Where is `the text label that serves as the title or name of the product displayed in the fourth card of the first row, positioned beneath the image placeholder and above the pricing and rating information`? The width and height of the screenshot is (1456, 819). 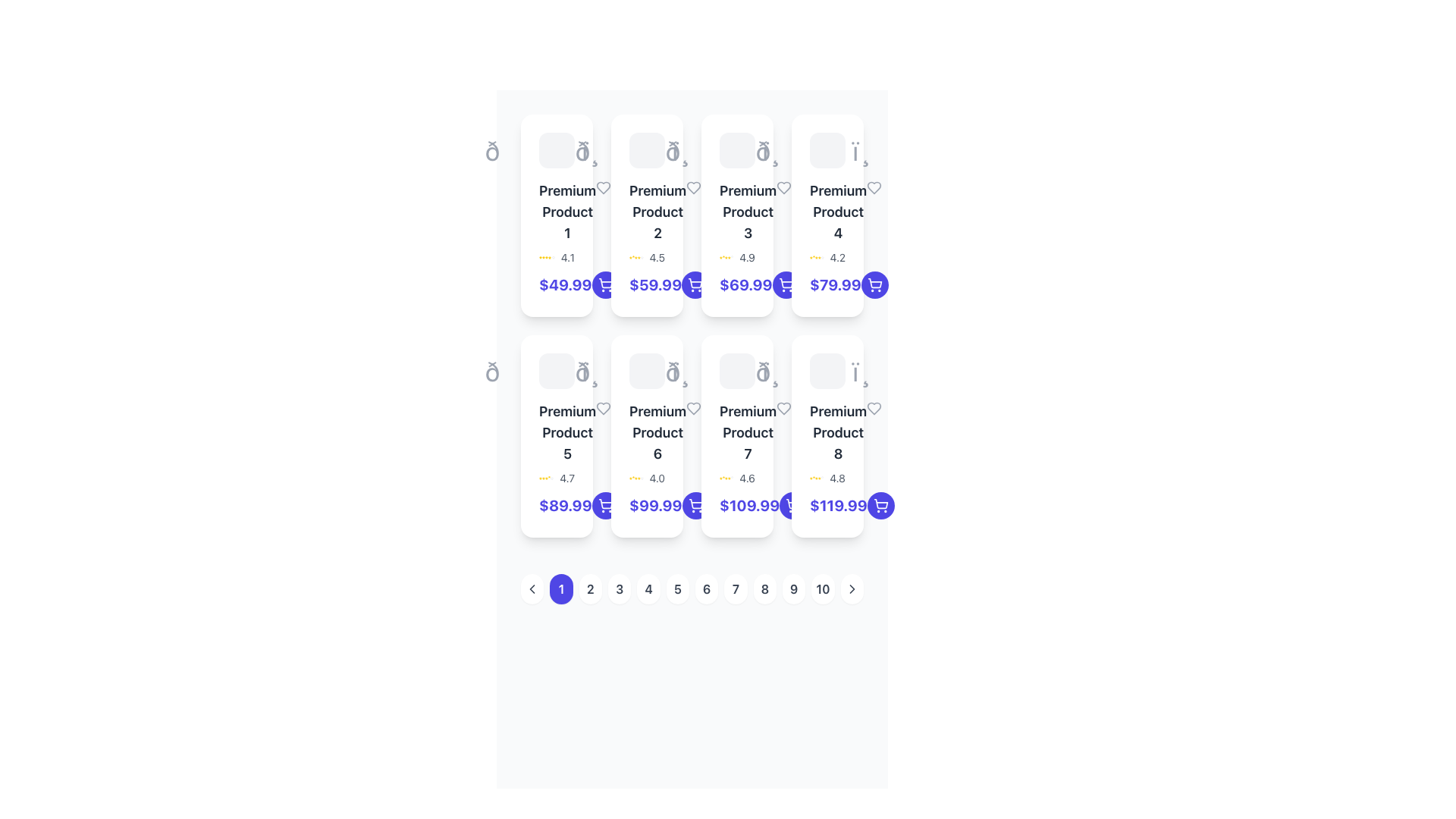 the text label that serves as the title or name of the product displayed in the fourth card of the first row, positioned beneath the image placeholder and above the pricing and rating information is located at coordinates (827, 212).